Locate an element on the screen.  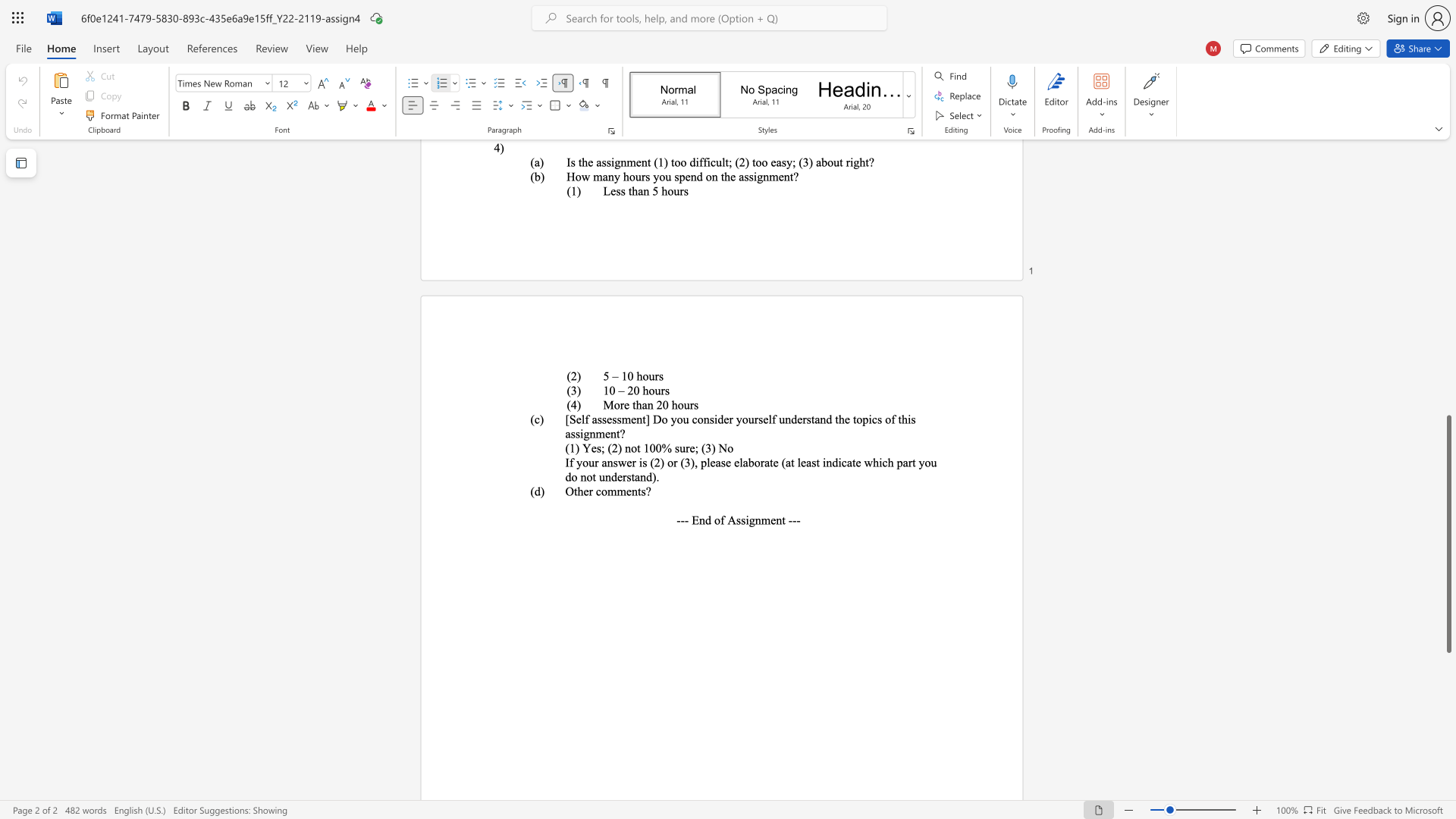
the 1th character "s" in the text is located at coordinates (643, 491).